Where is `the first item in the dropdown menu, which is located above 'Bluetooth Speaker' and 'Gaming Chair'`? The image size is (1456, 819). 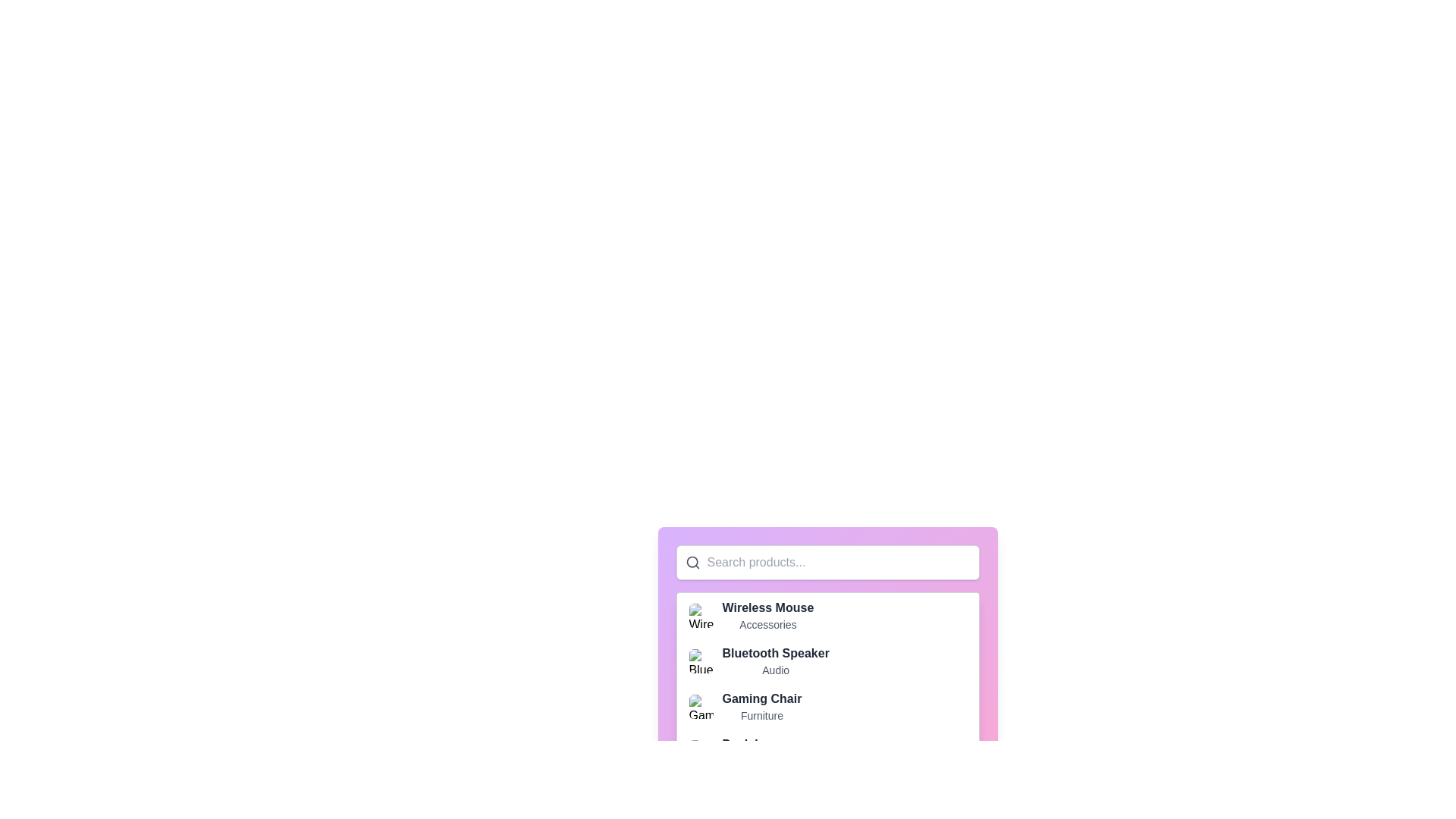 the first item in the dropdown menu, which is located above 'Bluetooth Speaker' and 'Gaming Chair' is located at coordinates (827, 616).